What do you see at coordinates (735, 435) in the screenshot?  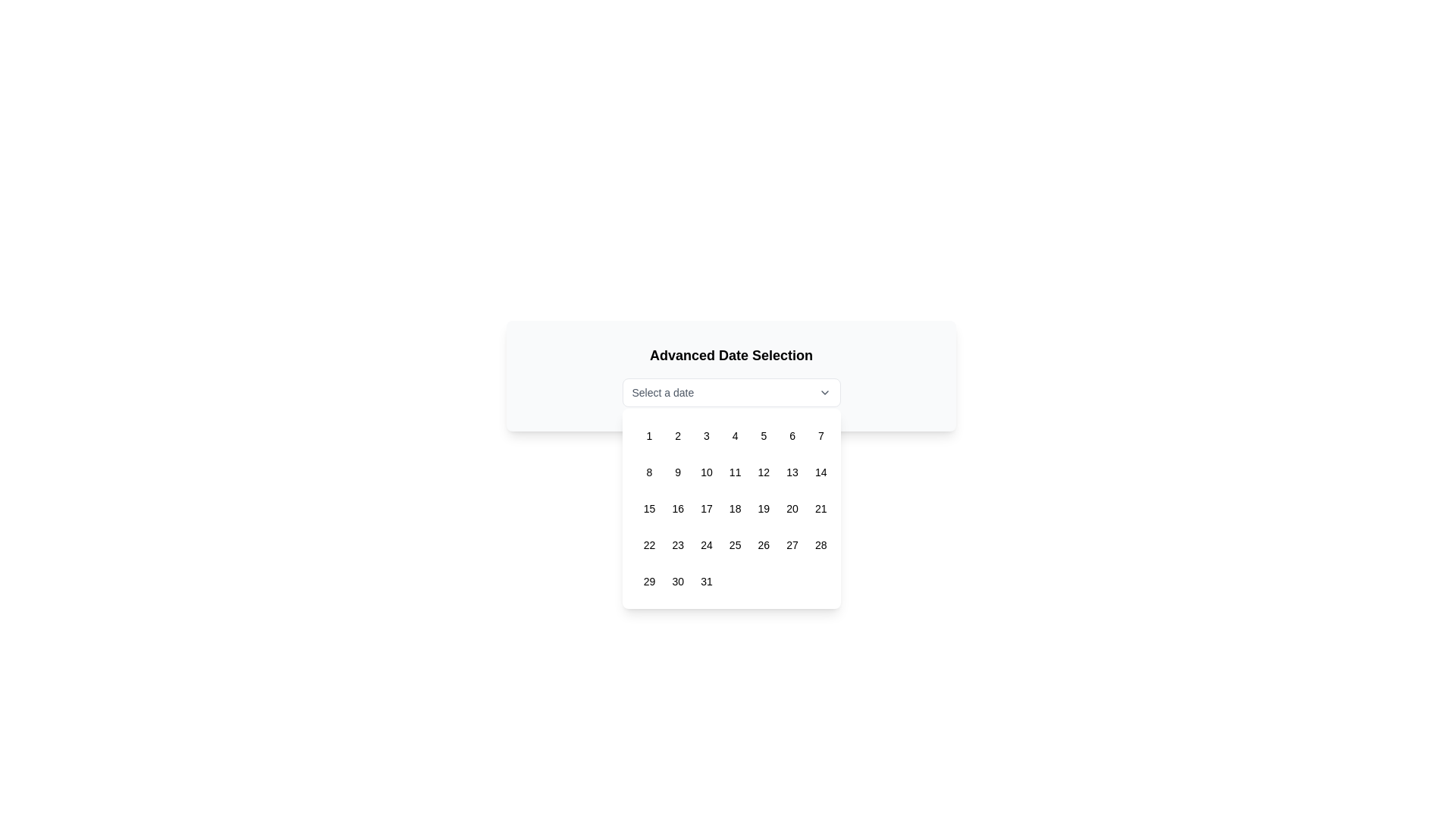 I see `the small square button with rounded corners displaying the number '4'` at bounding box center [735, 435].